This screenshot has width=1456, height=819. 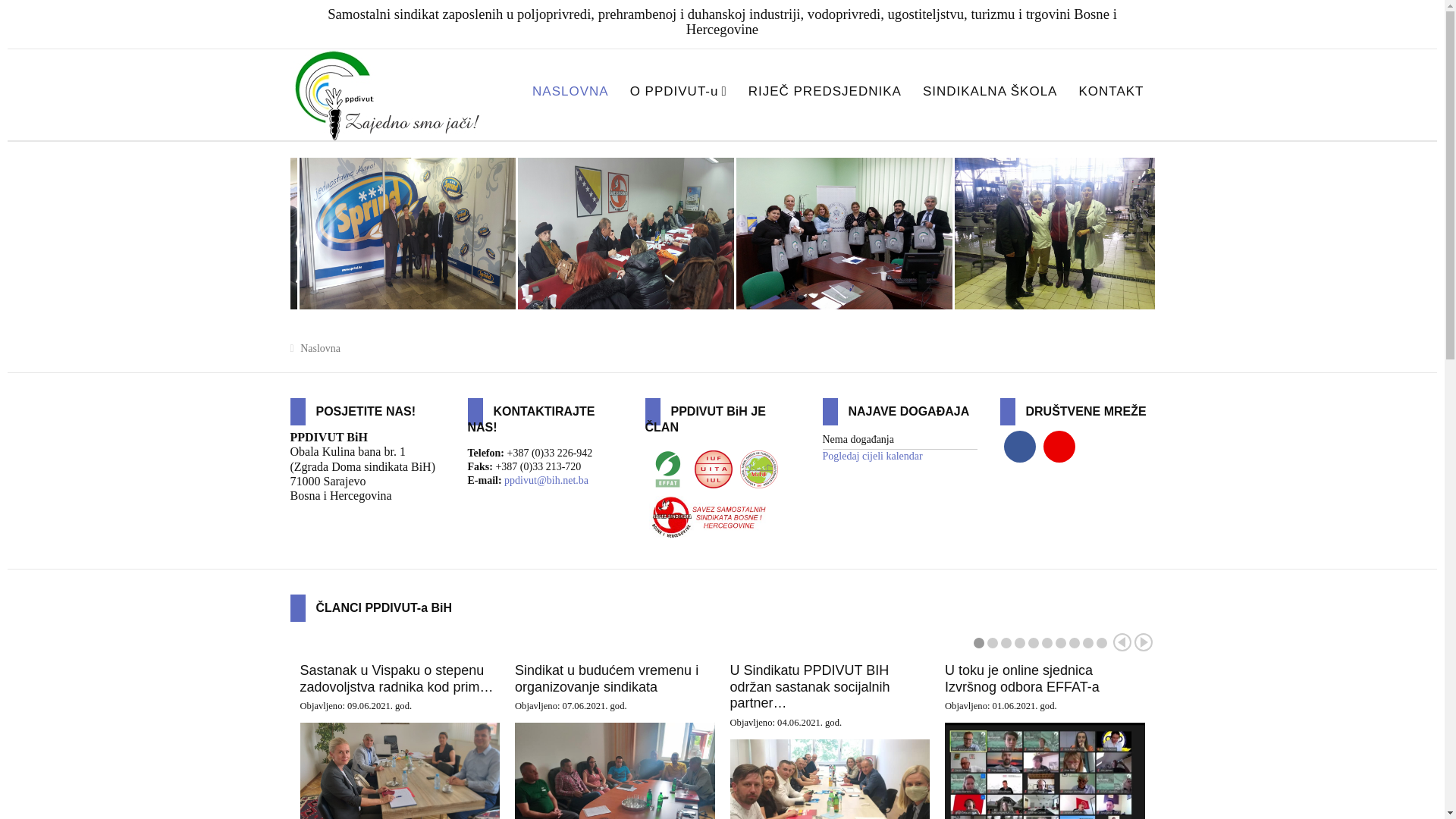 What do you see at coordinates (1102, 643) in the screenshot?
I see `'10'` at bounding box center [1102, 643].